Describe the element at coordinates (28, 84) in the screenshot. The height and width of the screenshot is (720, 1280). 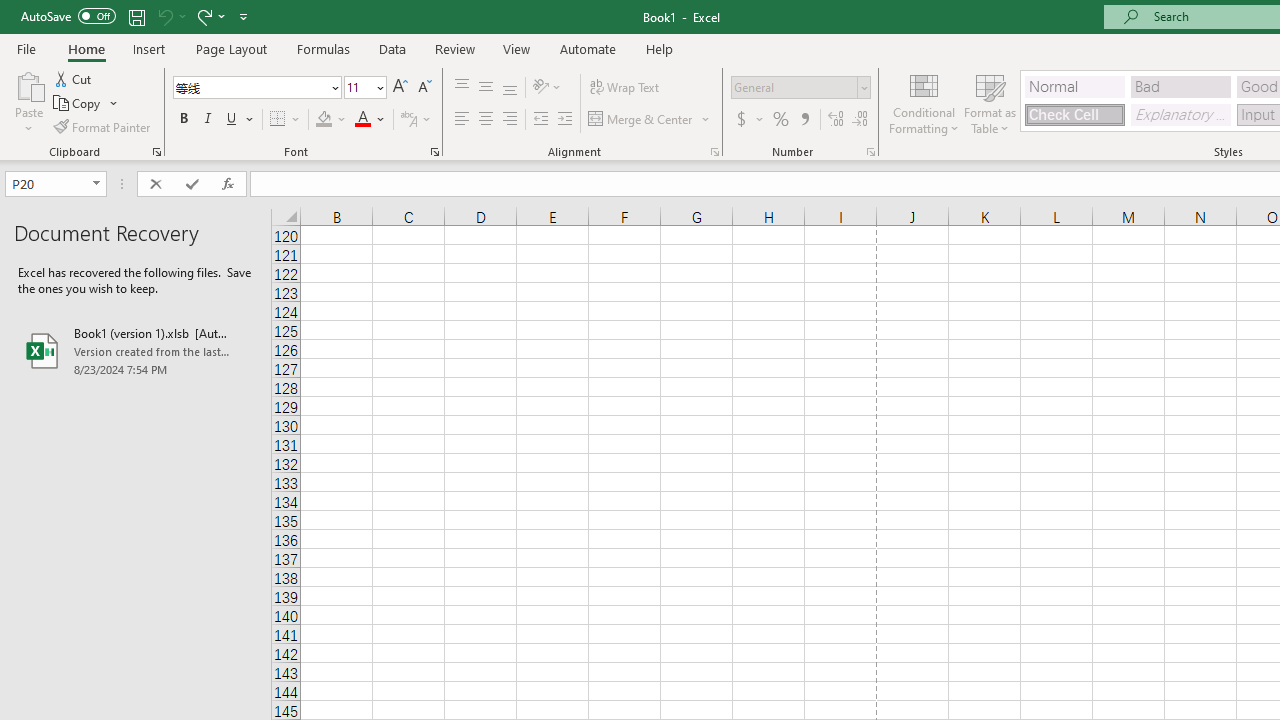
I see `'Paste'` at that location.